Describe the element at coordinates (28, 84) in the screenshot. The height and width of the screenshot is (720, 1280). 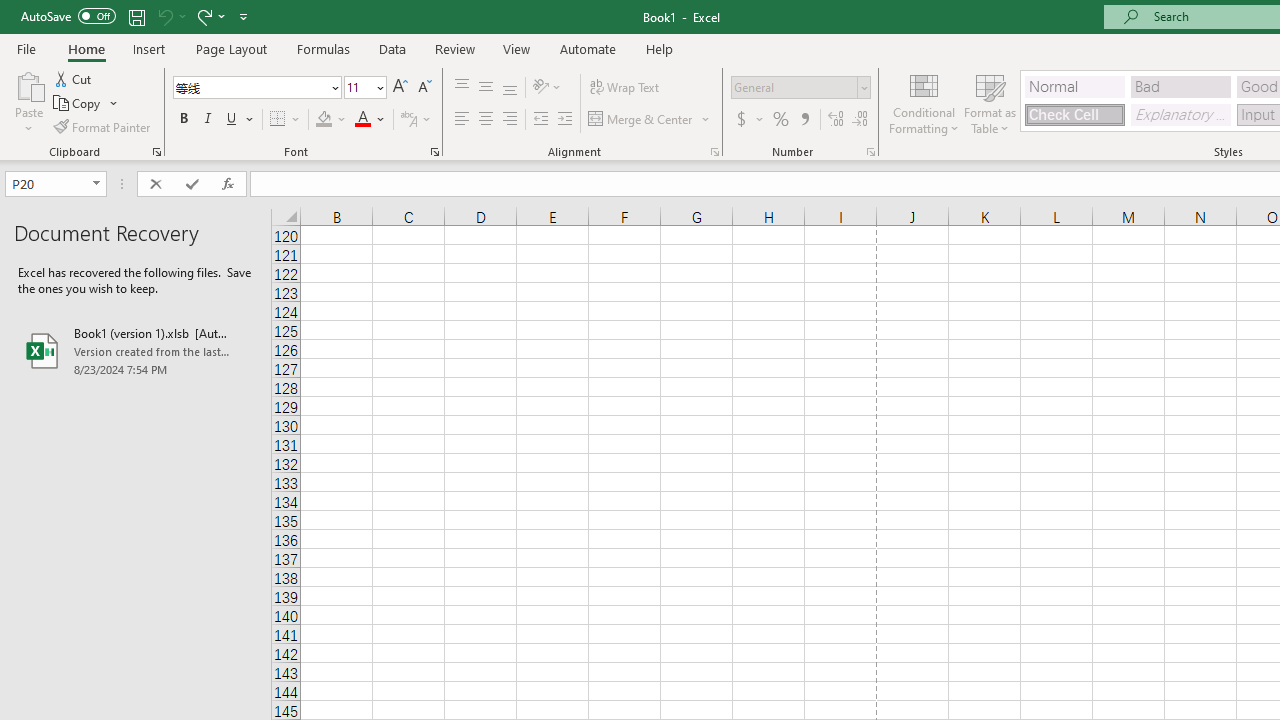
I see `'Paste'` at that location.